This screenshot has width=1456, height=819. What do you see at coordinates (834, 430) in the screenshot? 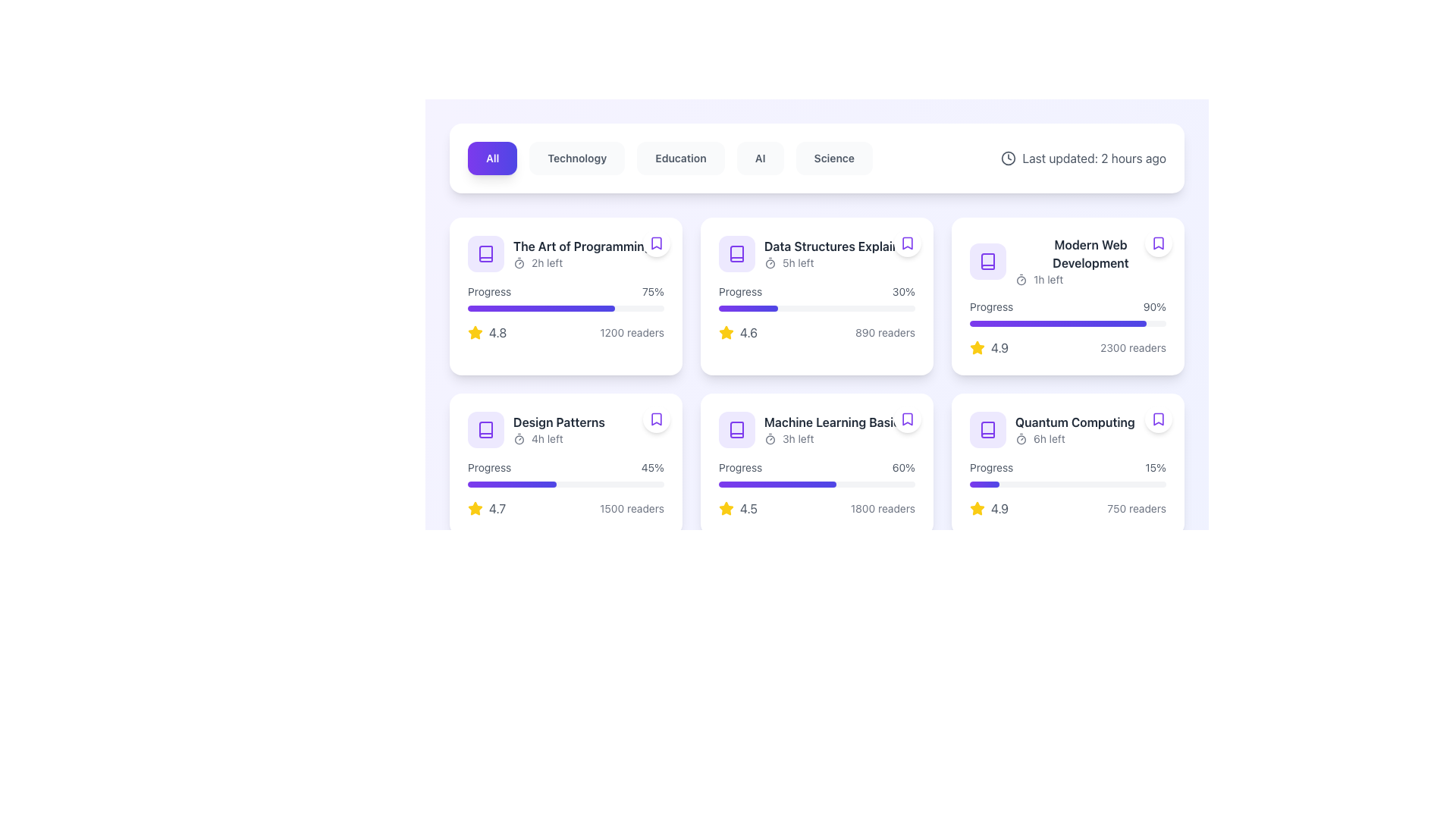
I see `title and timing information displayed in the text label under the 'Machine Learning Basics' card, located in the second row and third column of the grid` at bounding box center [834, 430].